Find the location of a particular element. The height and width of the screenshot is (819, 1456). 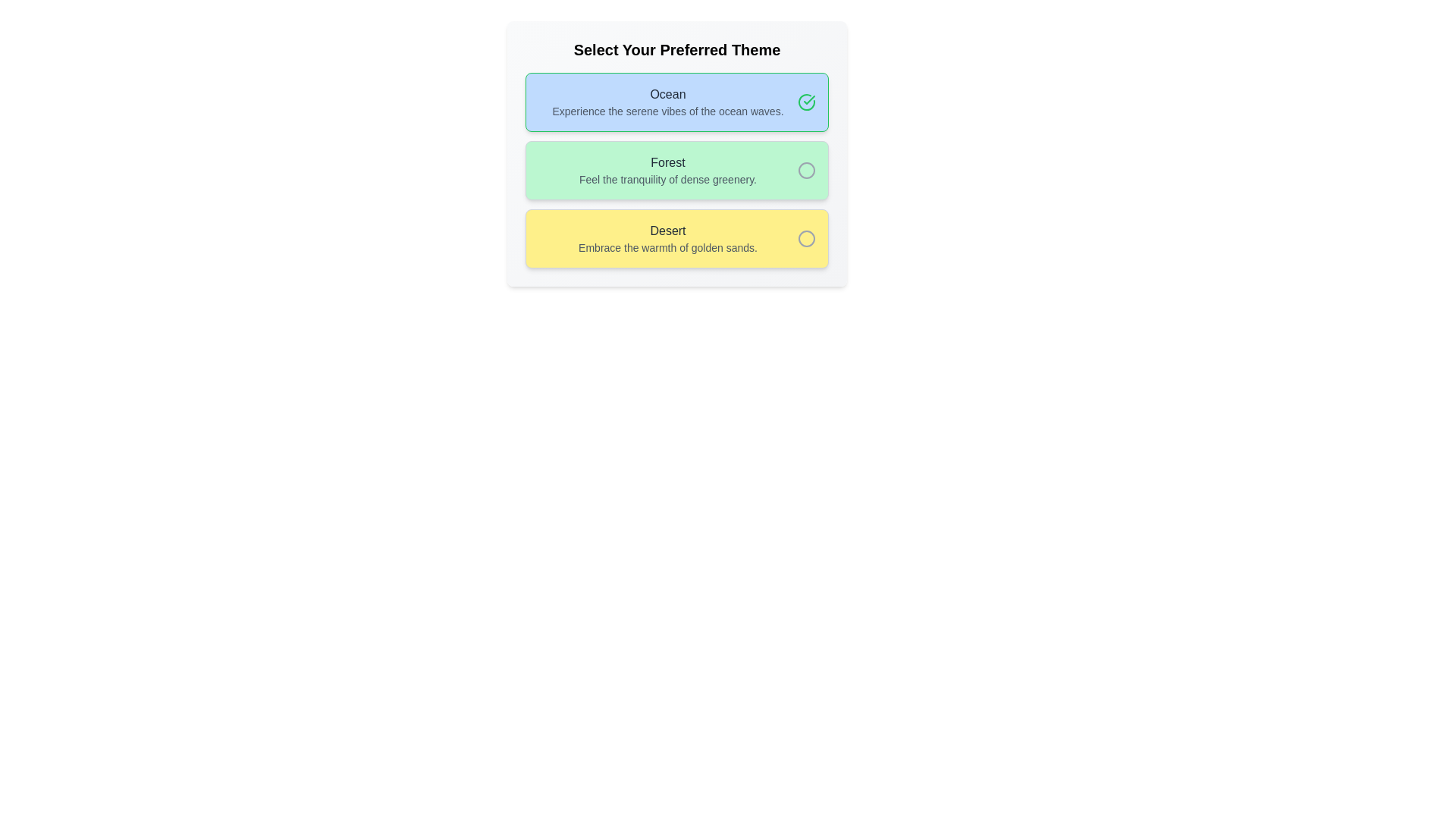

the text label that reads 'Feel the tranquility of dense greenery.' which is located below the headline 'Forest' and is styled with a smaller font size and grayish color, positioned within a light green background area is located at coordinates (667, 178).